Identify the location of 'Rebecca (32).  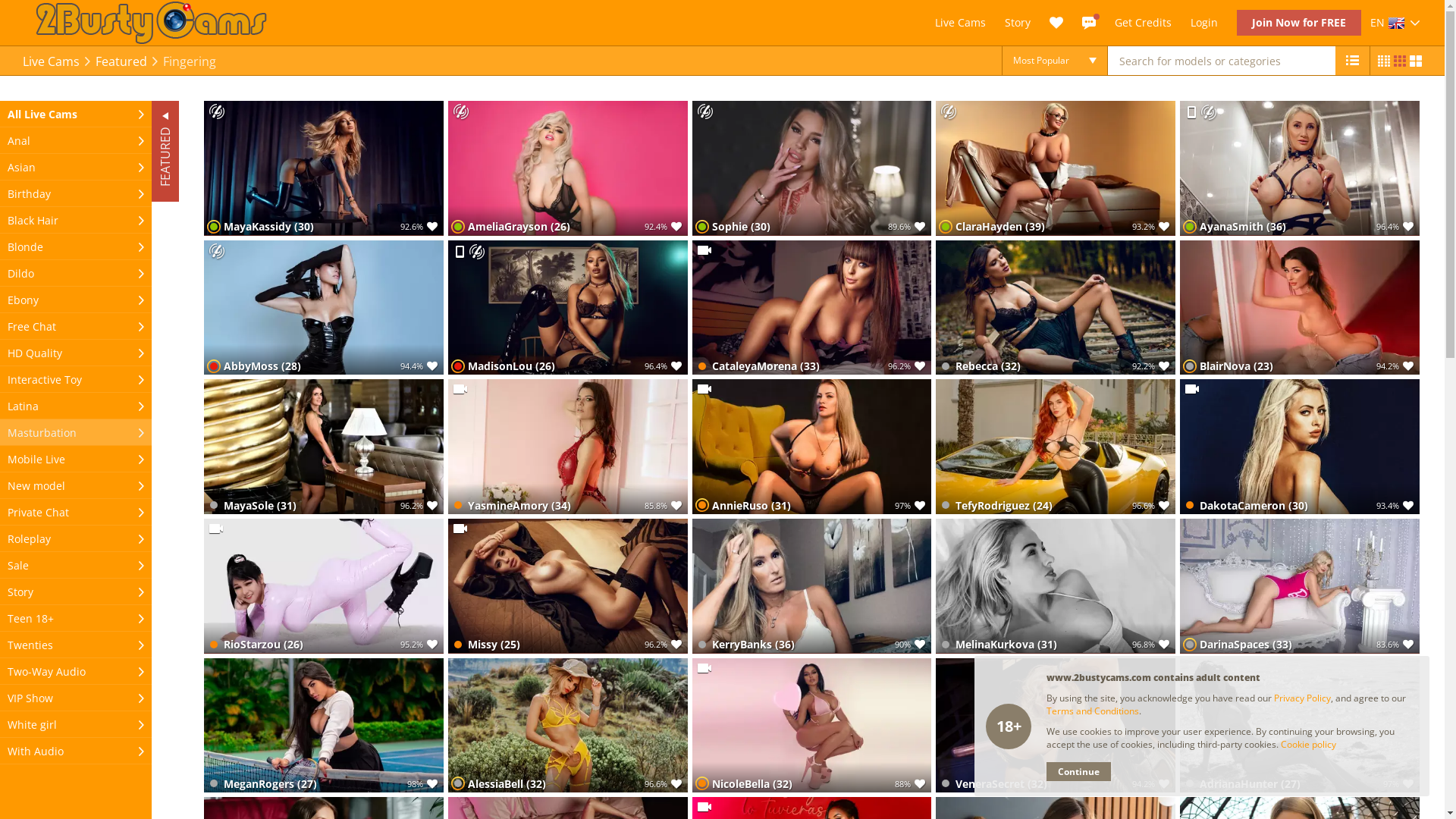
(1055, 307).